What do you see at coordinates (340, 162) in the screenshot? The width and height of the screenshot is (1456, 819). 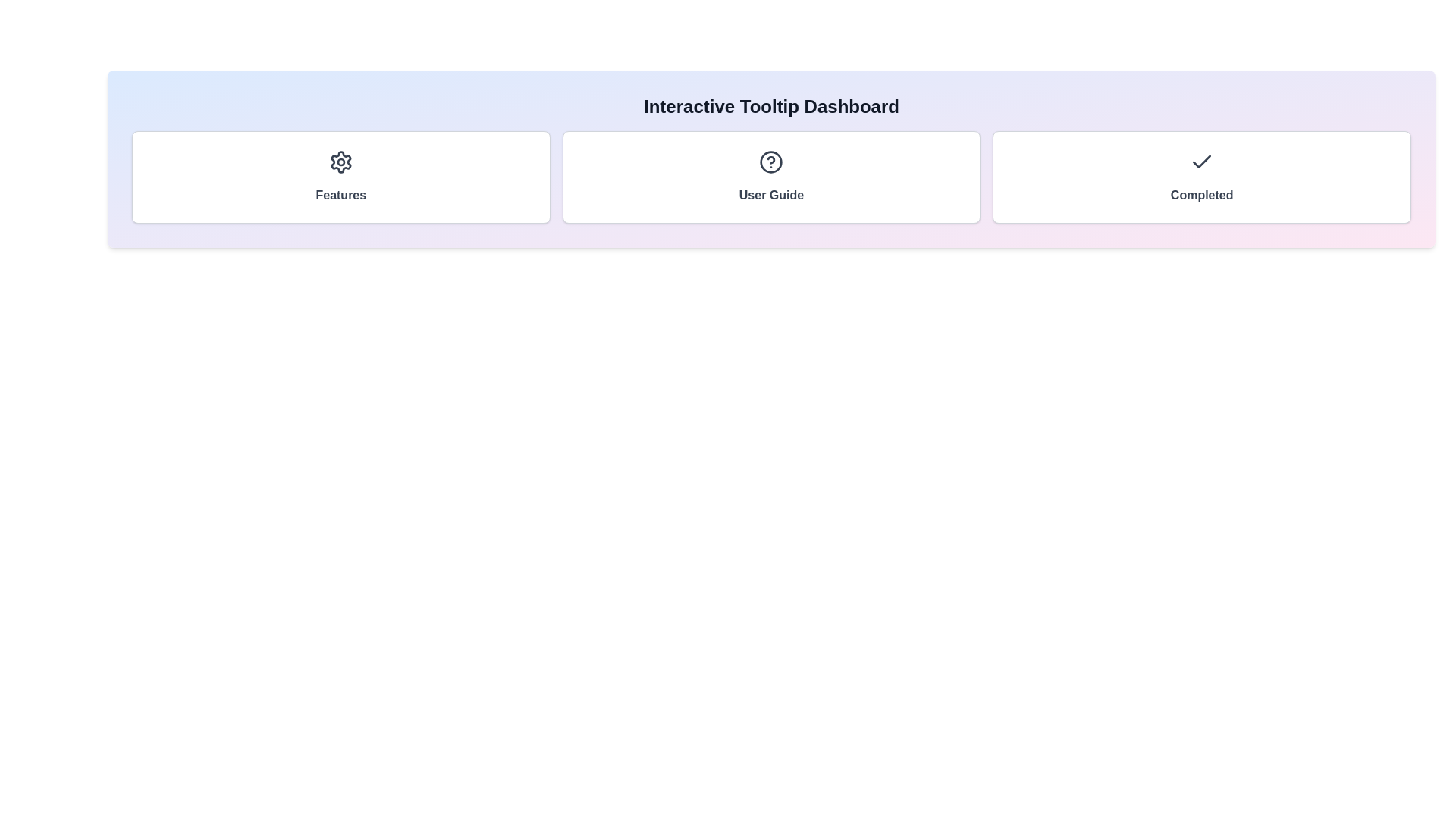 I see `the gear icon representing settings, which is located above the 'Features' label in the first card of three horizontal cards` at bounding box center [340, 162].